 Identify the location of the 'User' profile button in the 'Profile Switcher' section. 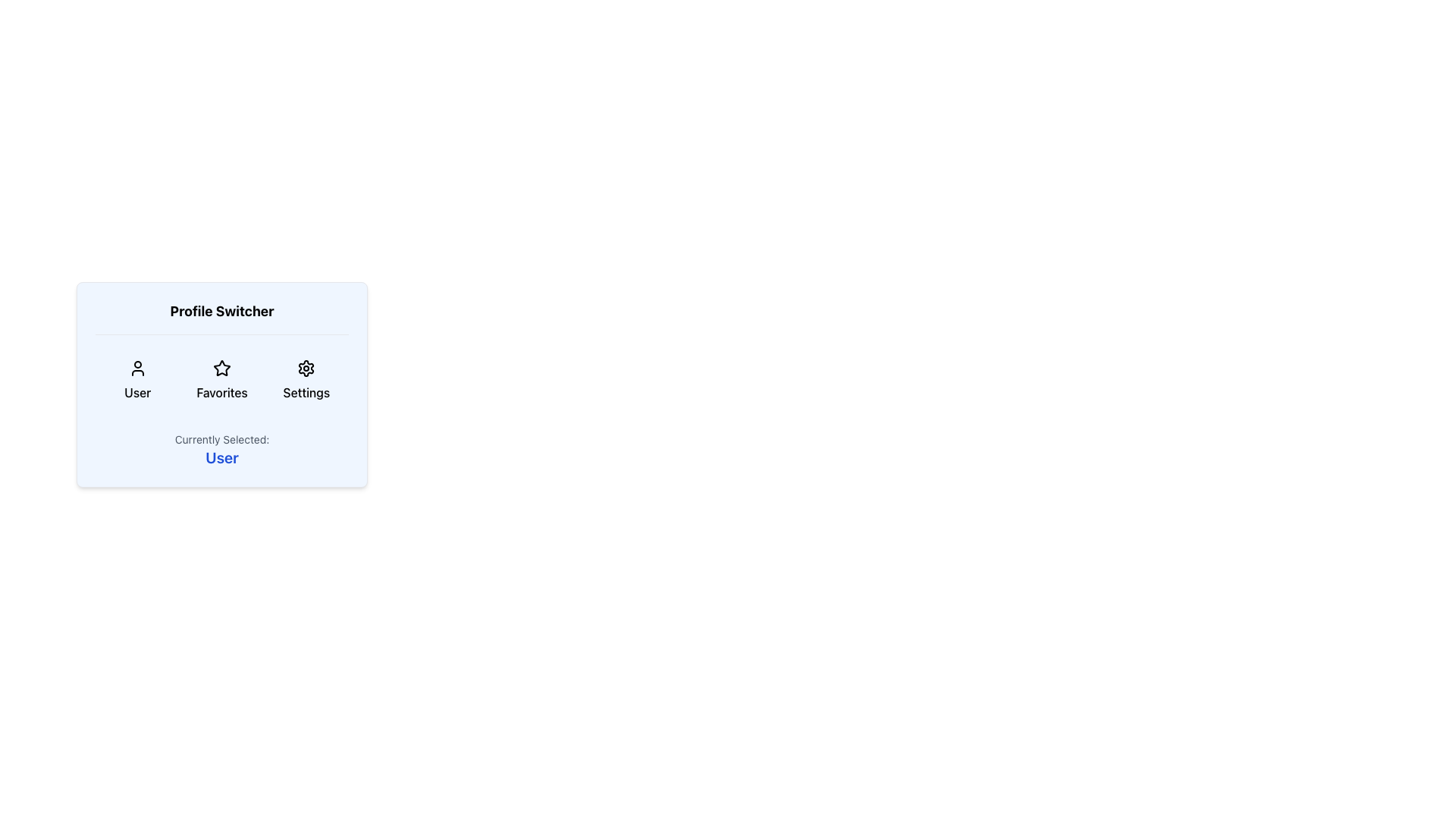
(137, 379).